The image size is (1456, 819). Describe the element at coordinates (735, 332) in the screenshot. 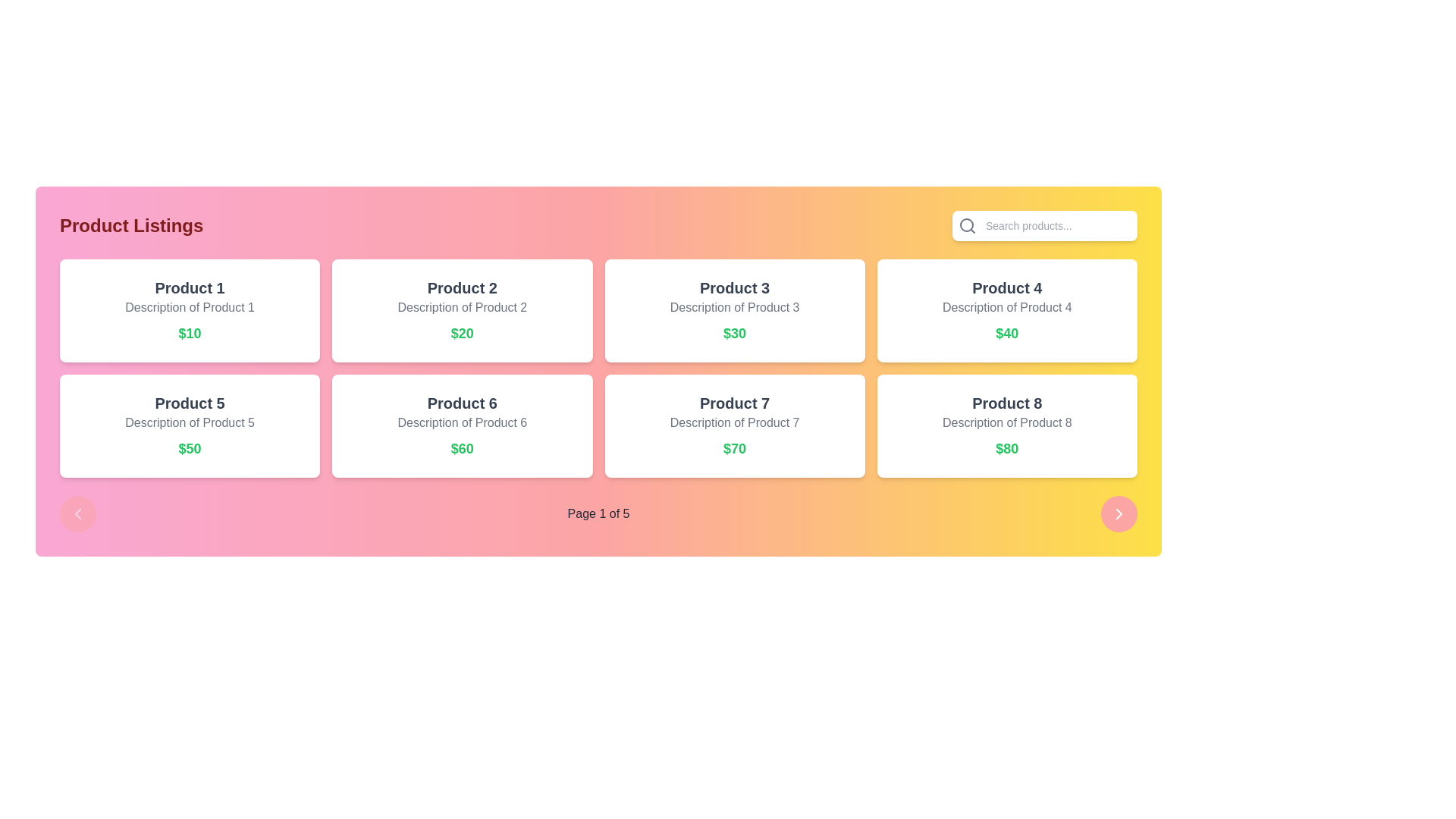

I see `the price label displaying '$30' in bold green font located in the third product card of the first row` at that location.